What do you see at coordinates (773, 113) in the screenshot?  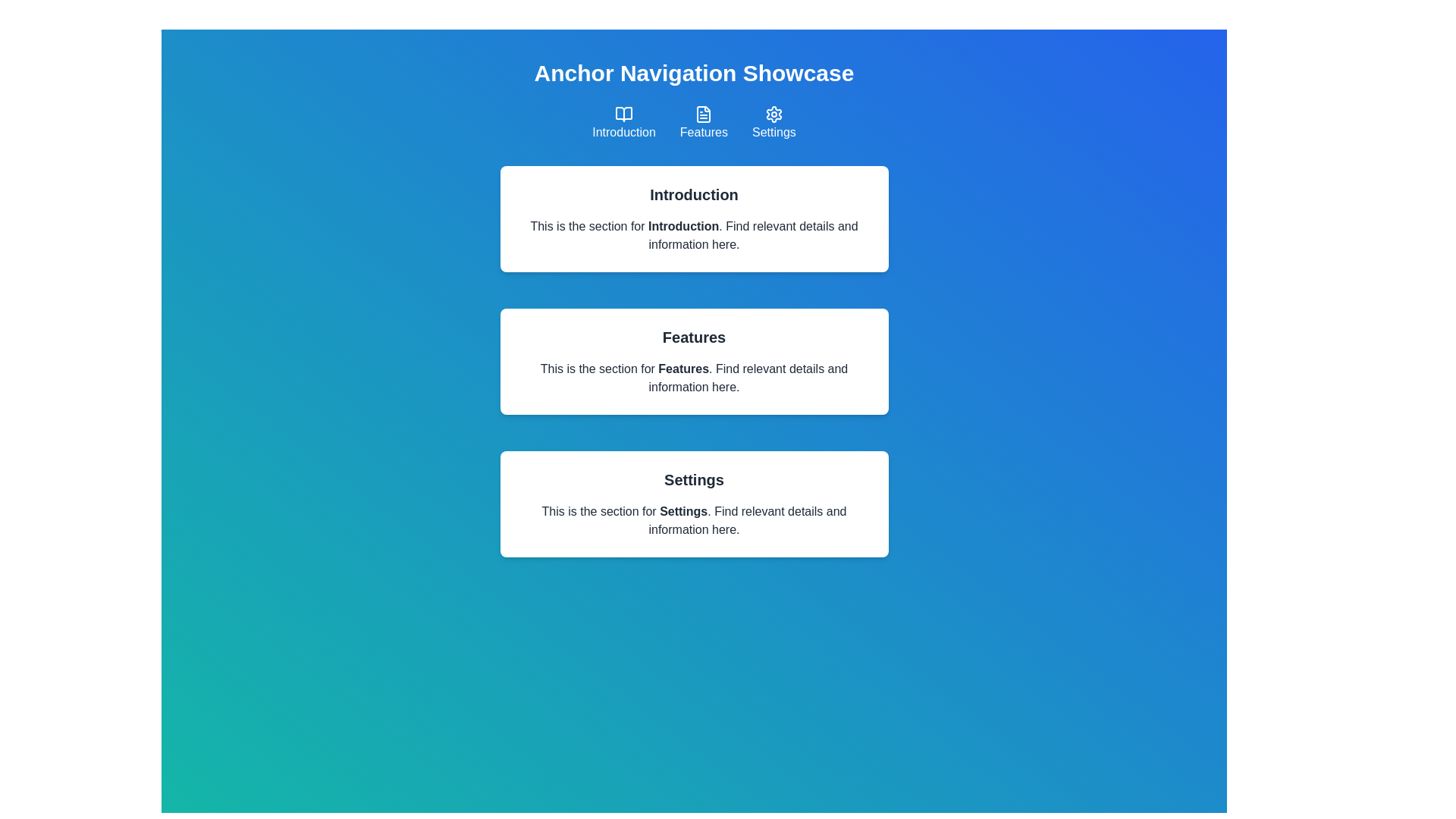 I see `the gear icon in the Settings category at the top-right section of the navigation bar to initiate navigation` at bounding box center [773, 113].